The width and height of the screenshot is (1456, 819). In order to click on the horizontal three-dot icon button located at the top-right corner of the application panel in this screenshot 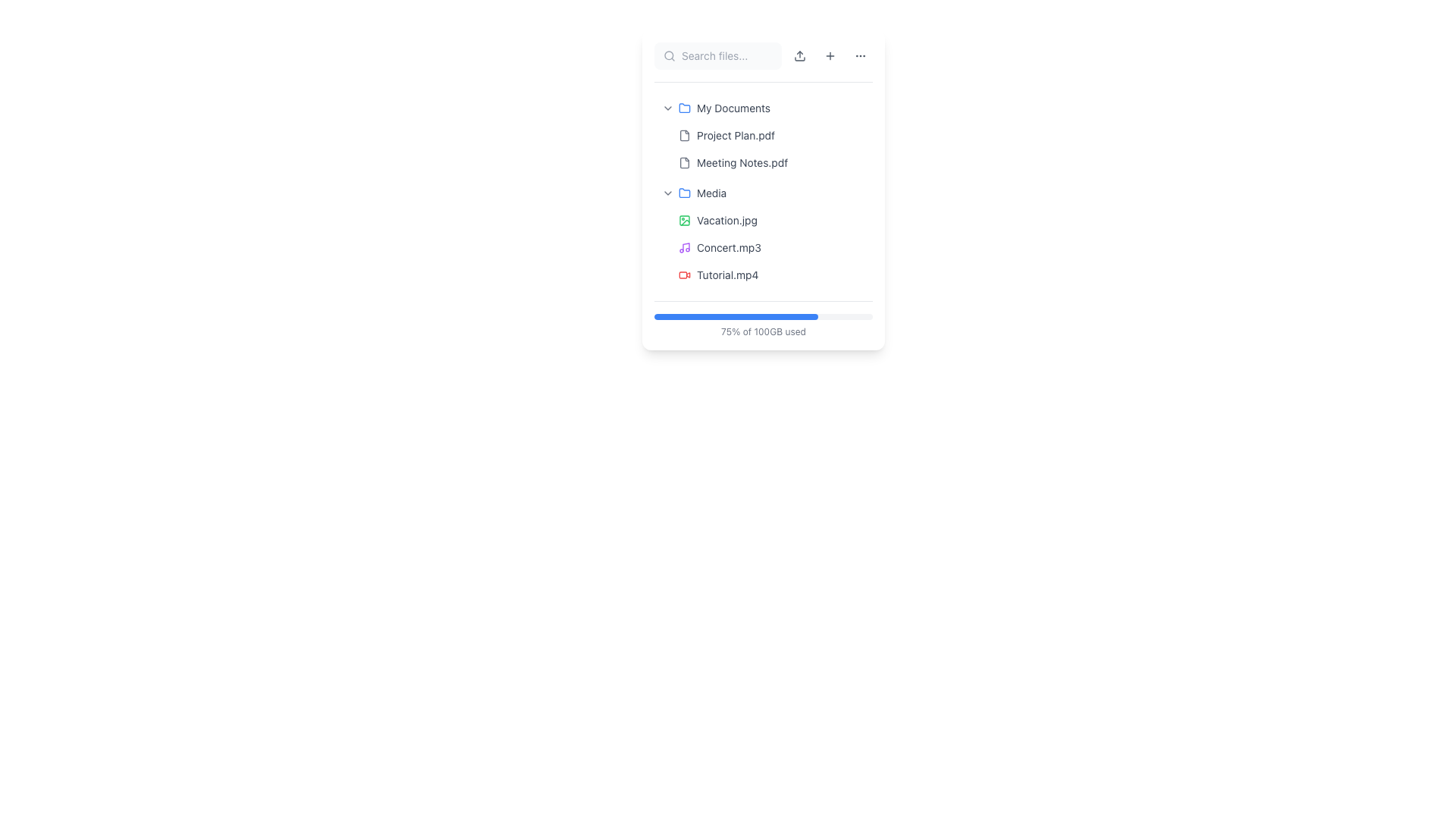, I will do `click(860, 55)`.